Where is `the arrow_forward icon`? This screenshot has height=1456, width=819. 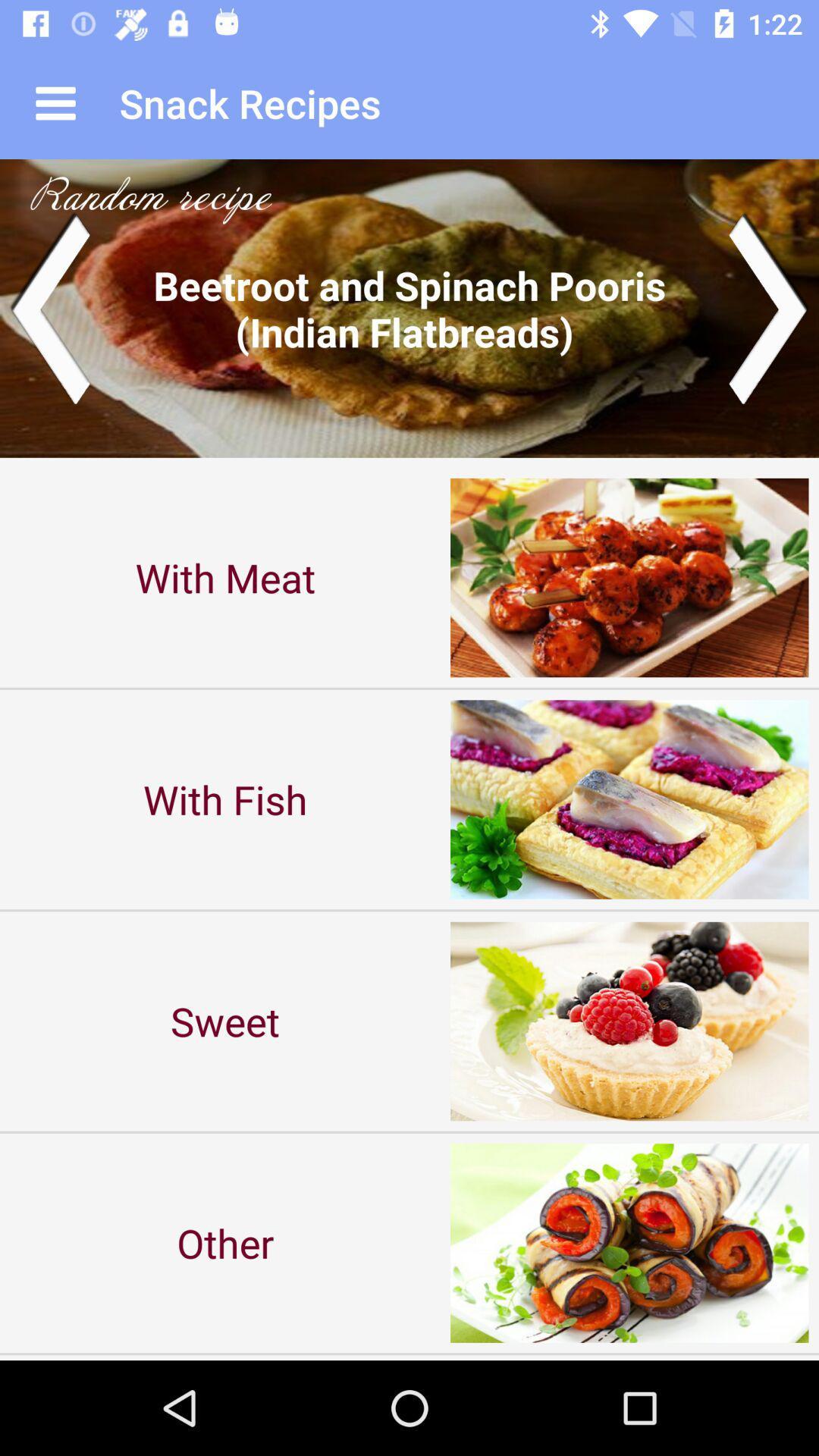
the arrow_forward icon is located at coordinates (769, 307).